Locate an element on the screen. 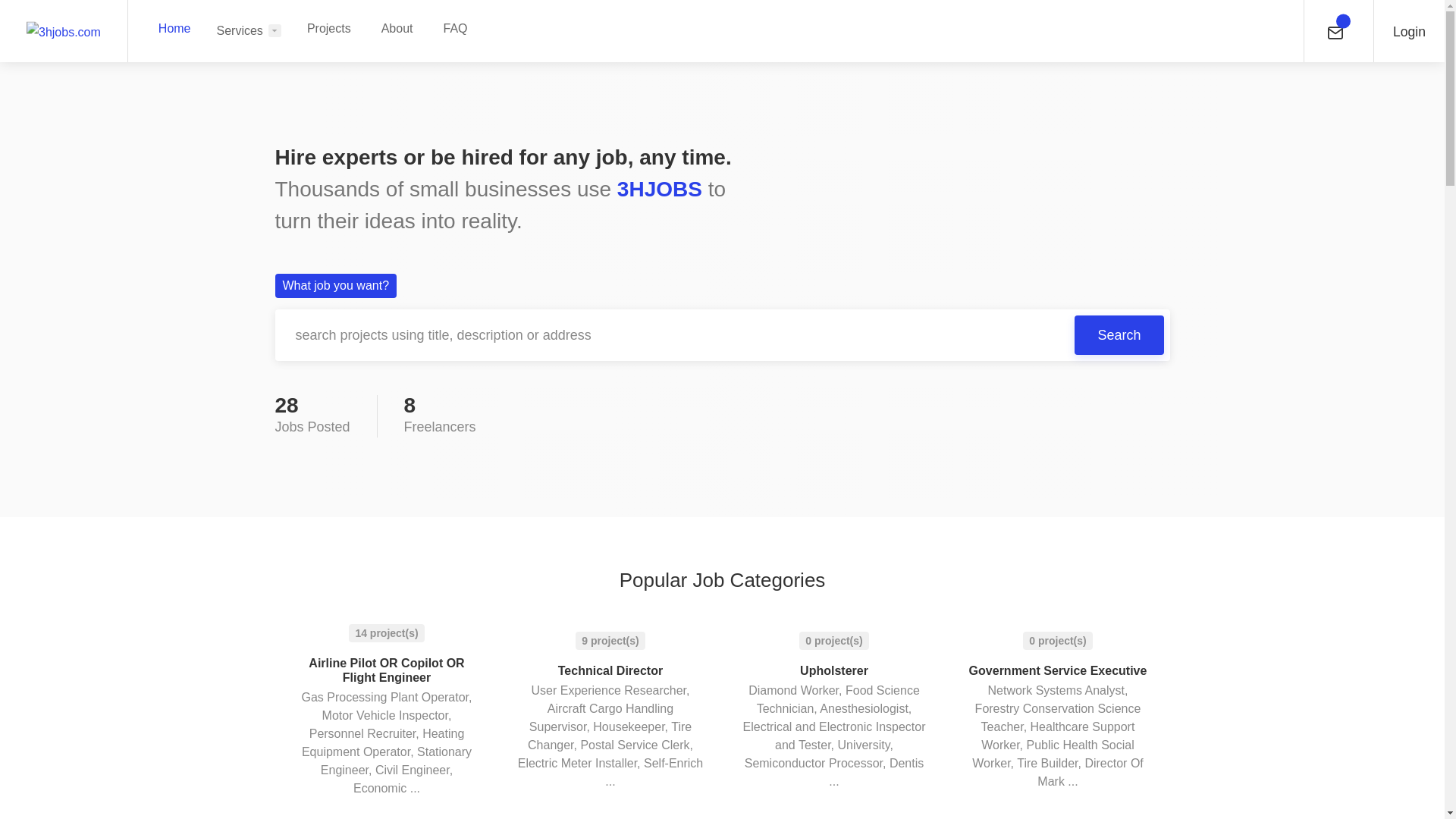 The height and width of the screenshot is (819, 1456). 'FAQ' is located at coordinates (454, 28).